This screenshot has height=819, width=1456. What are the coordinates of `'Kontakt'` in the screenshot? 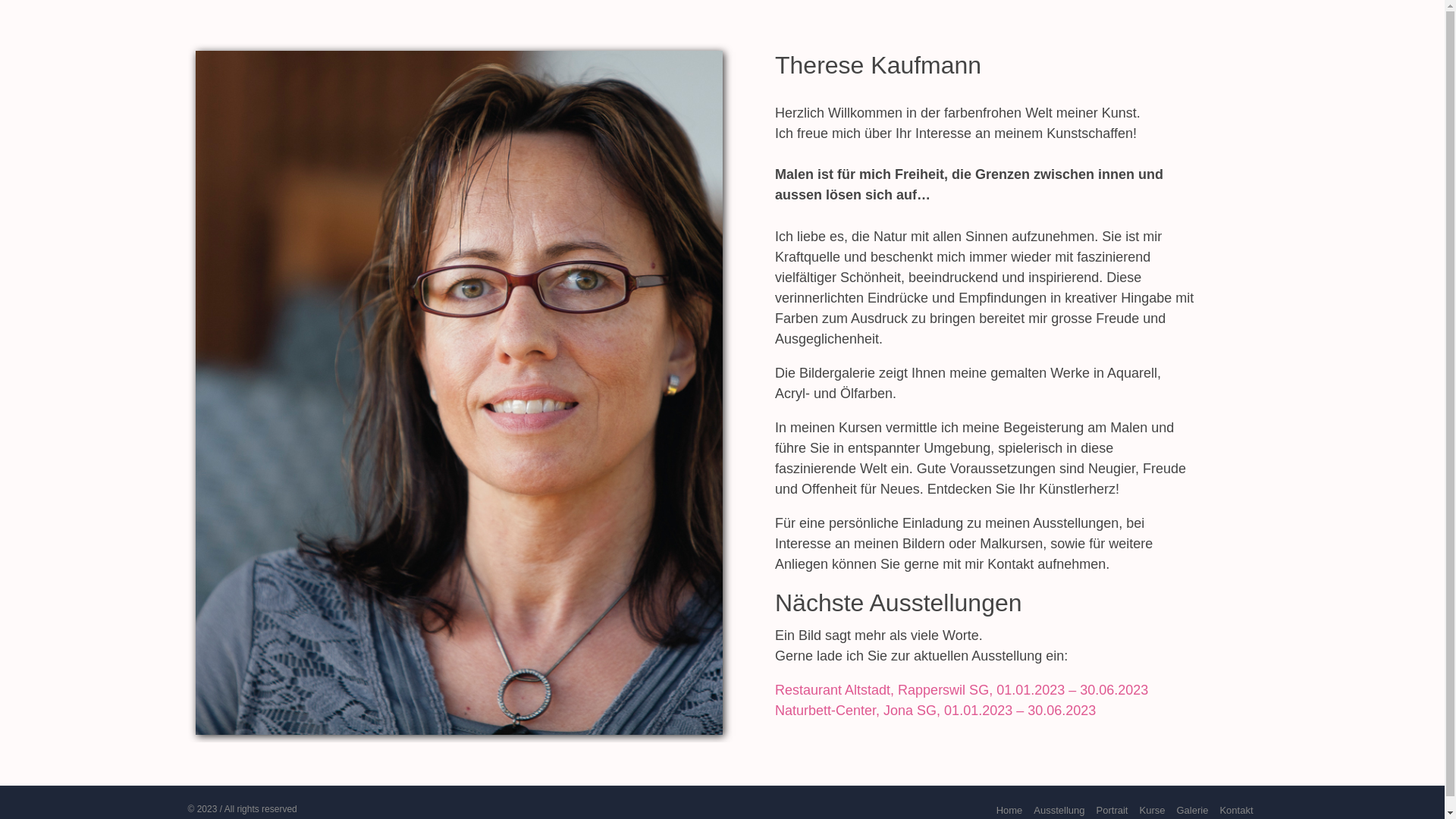 It's located at (1236, 809).